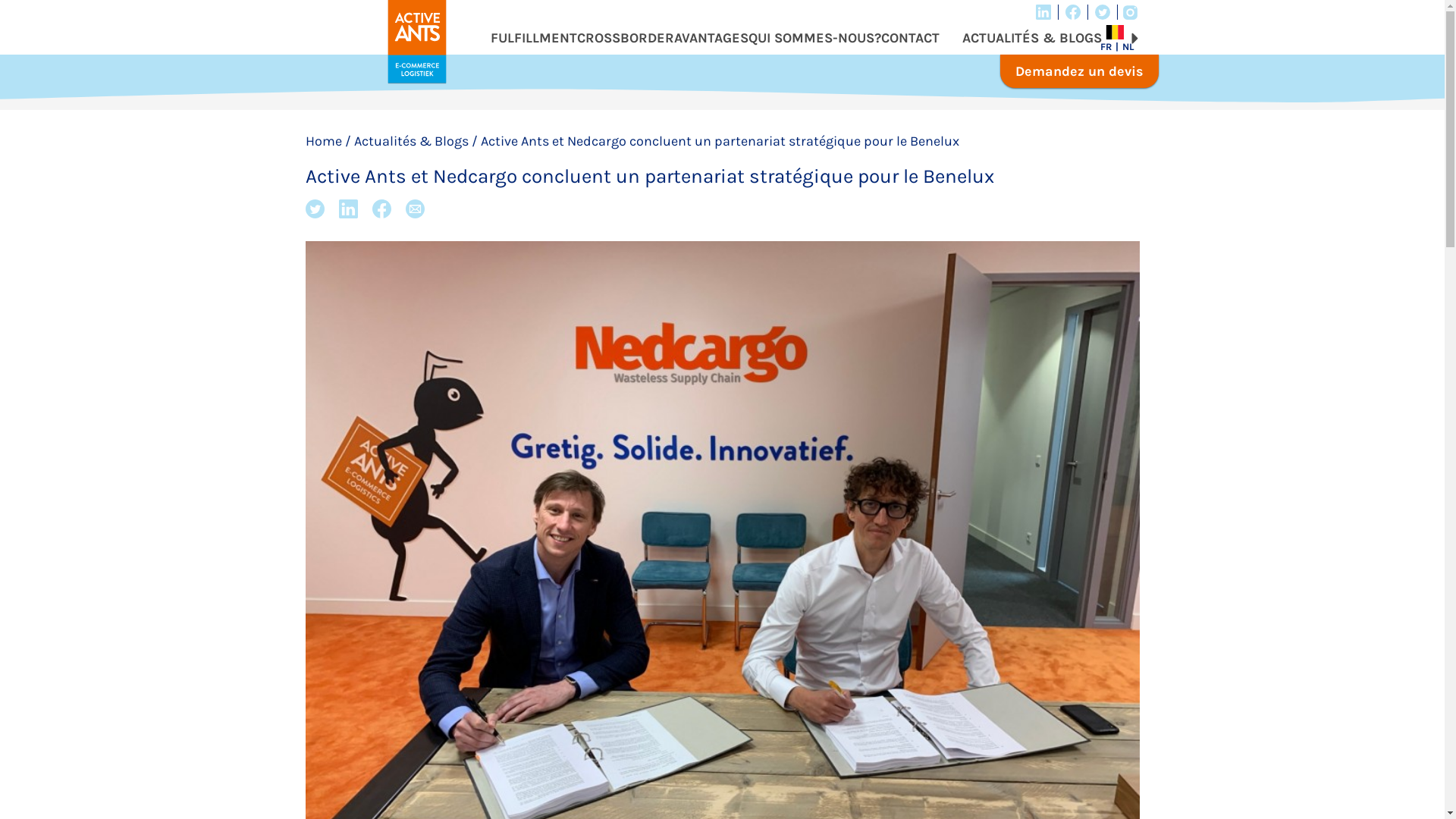 The width and height of the screenshot is (1456, 819). I want to click on 'CROSSBORDER', so click(625, 37).